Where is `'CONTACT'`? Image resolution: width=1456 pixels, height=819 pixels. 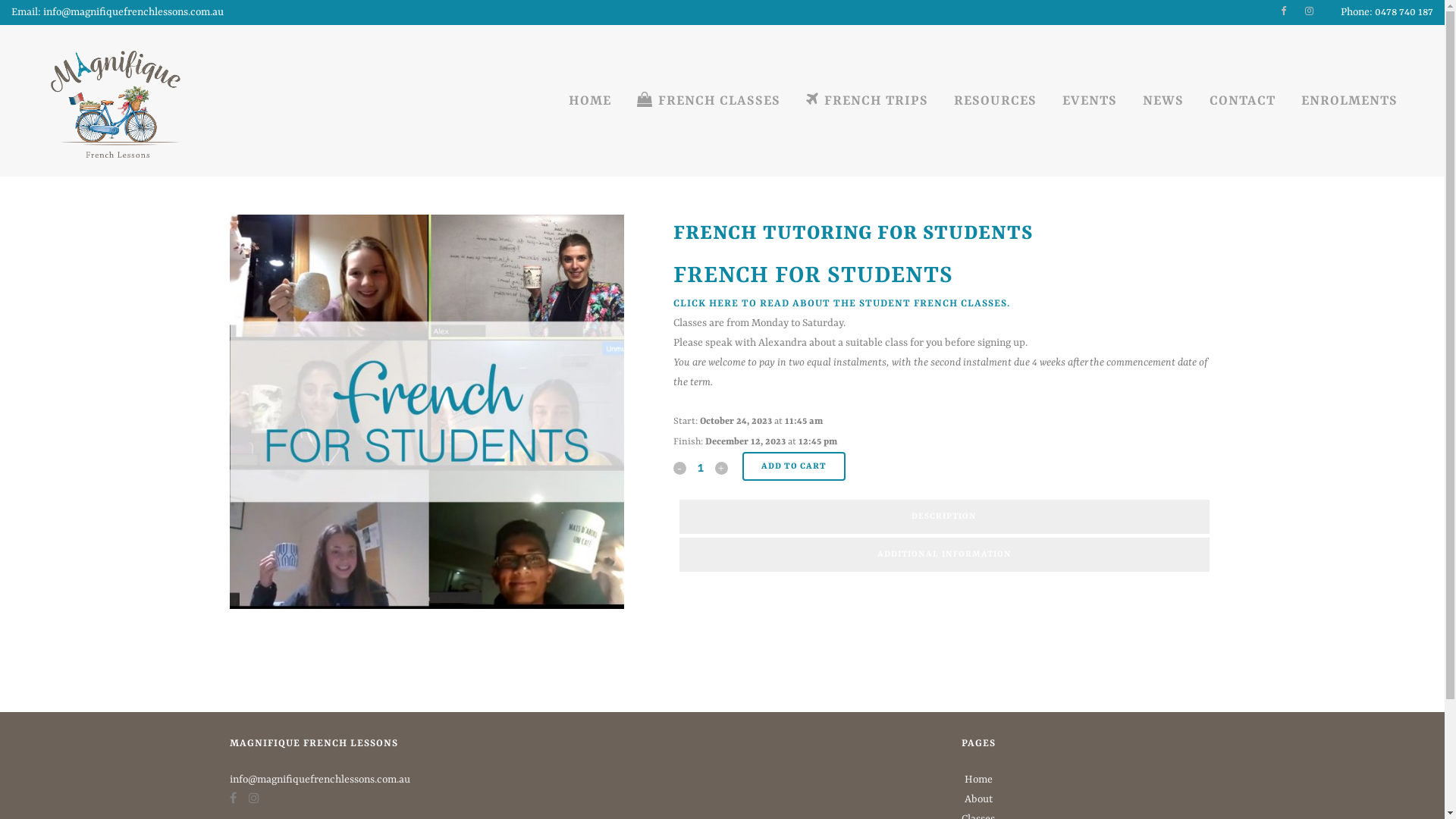 'CONTACT' is located at coordinates (1242, 100).